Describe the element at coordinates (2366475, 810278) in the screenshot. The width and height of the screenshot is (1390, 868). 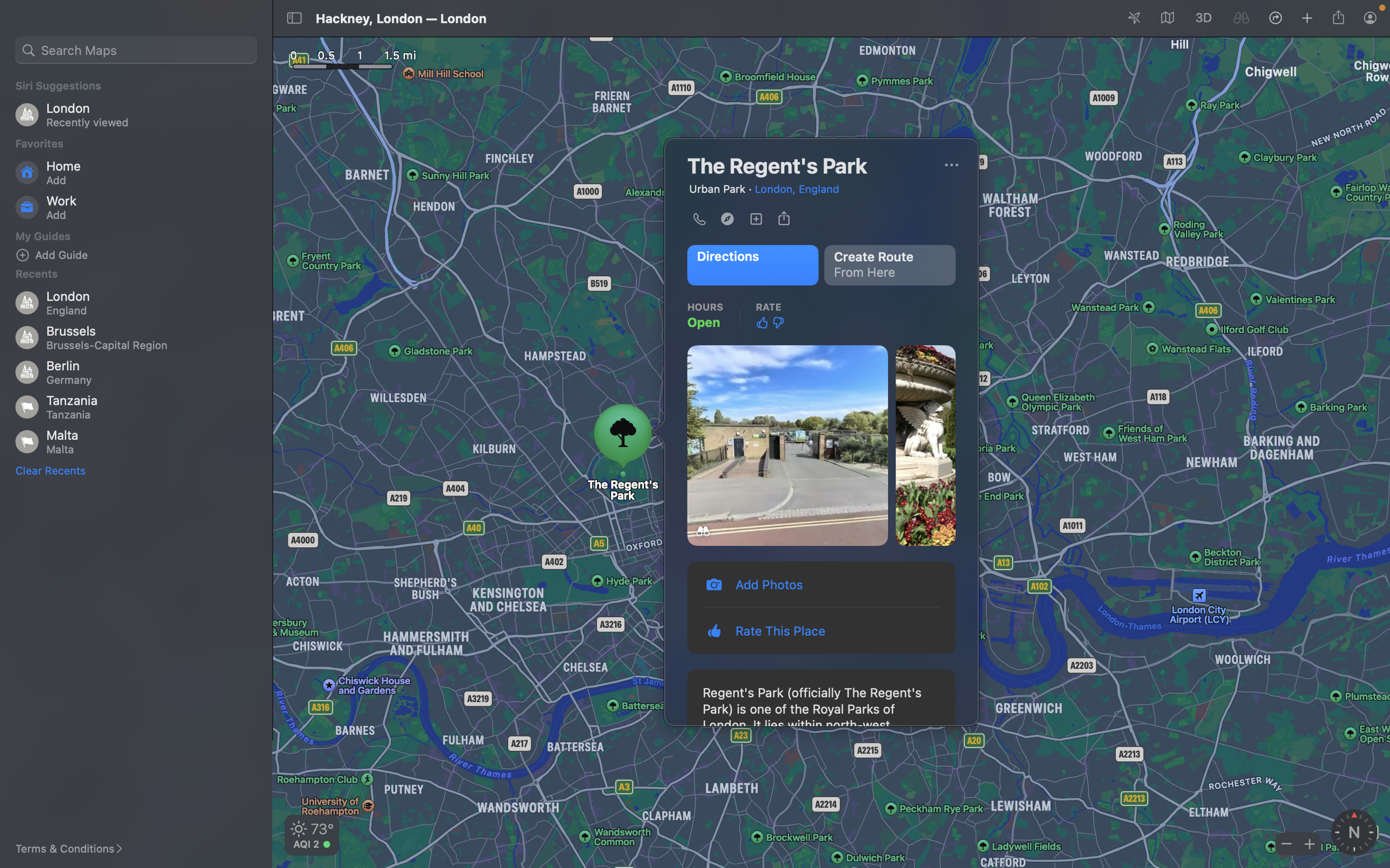
I see `Employ the scroll function to increase the map"s zoom level` at that location.